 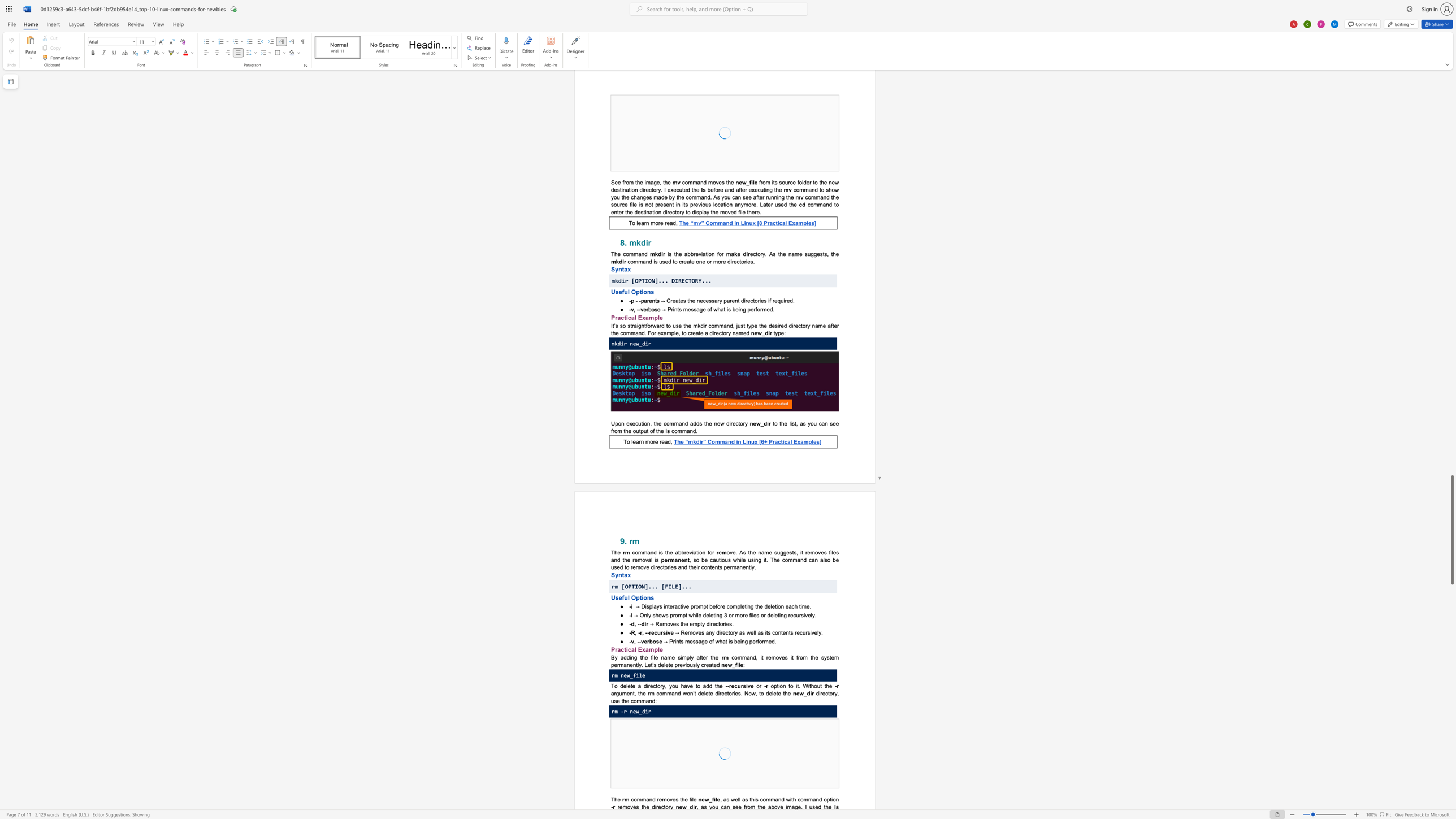 What do you see at coordinates (1451, 417) in the screenshot?
I see `the scrollbar on the side` at bounding box center [1451, 417].